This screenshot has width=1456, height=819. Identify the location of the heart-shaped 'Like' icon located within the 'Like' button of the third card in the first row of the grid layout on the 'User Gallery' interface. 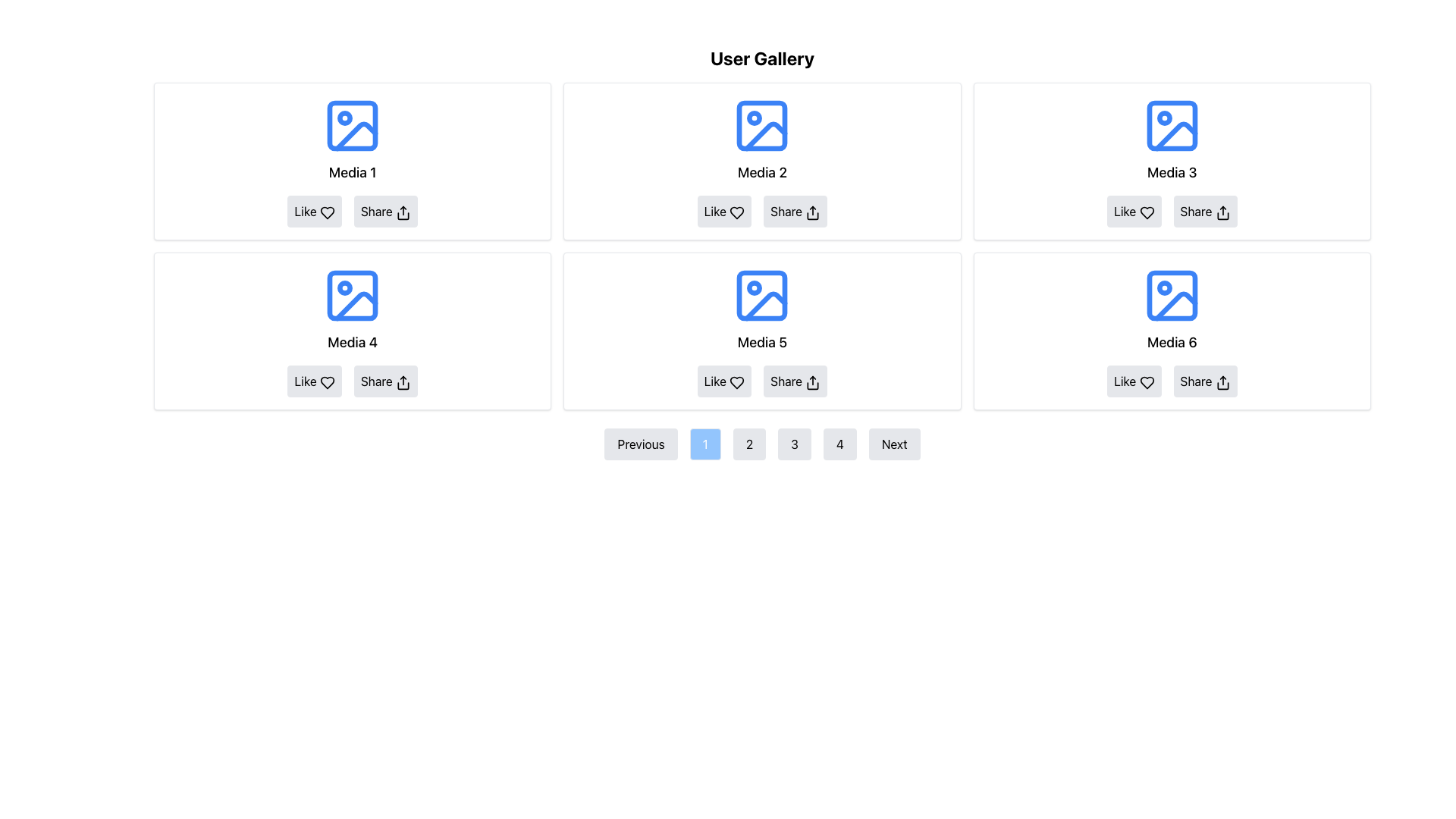
(1147, 212).